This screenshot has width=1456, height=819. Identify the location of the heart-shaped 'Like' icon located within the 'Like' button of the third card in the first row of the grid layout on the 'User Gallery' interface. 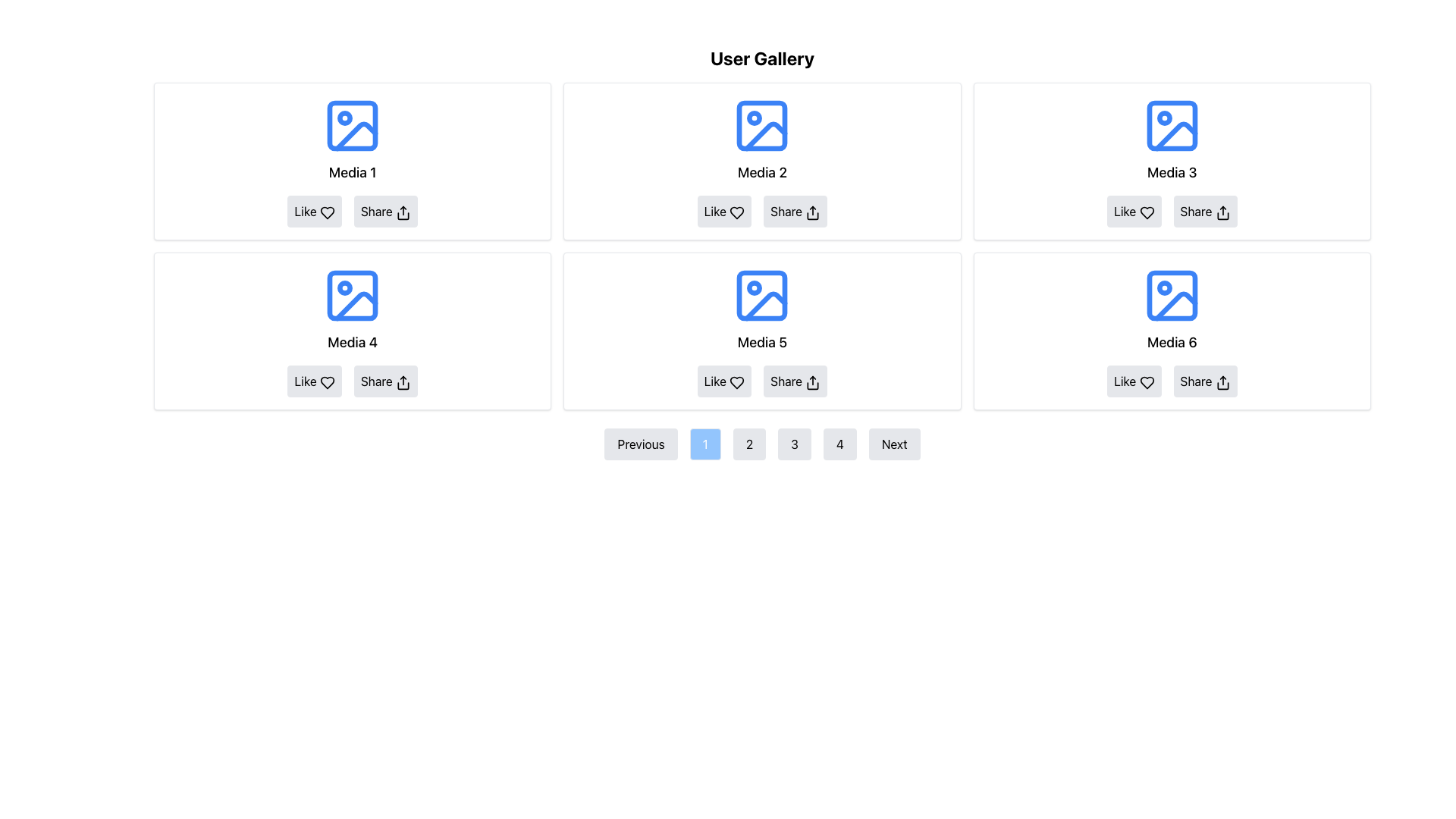
(1147, 212).